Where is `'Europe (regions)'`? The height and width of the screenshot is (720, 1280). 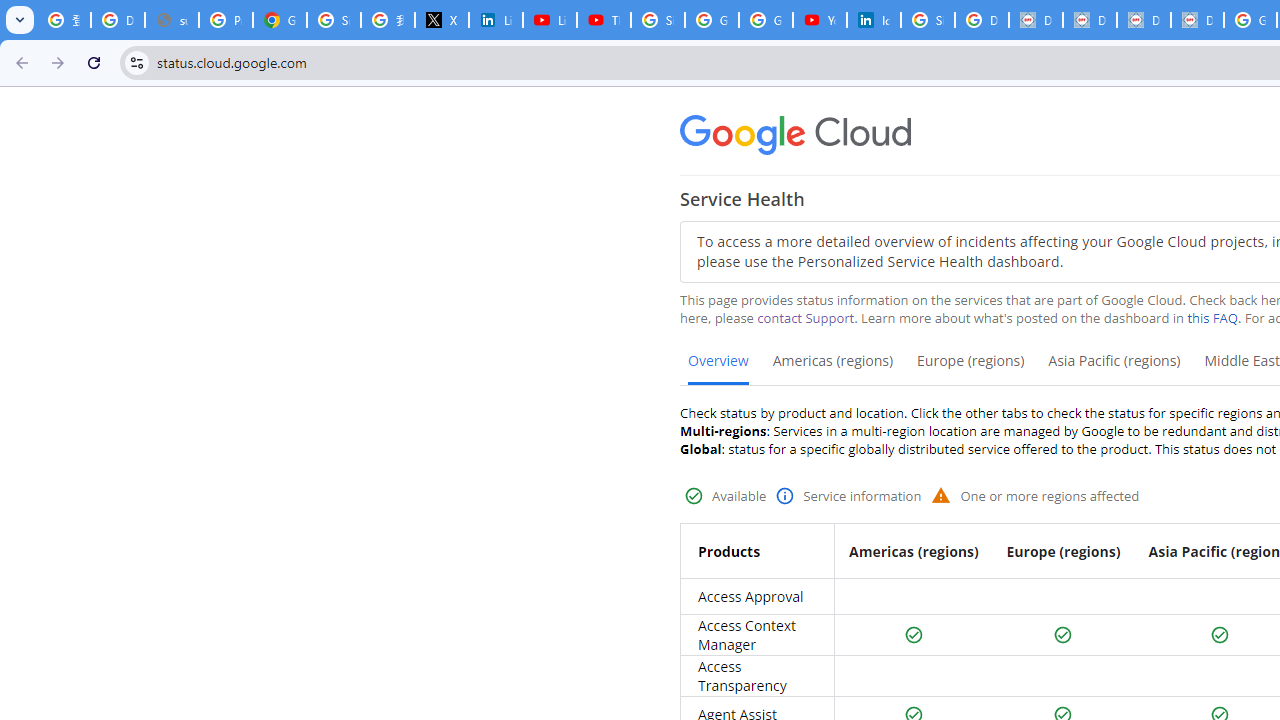 'Europe (regions)' is located at coordinates (970, 368).